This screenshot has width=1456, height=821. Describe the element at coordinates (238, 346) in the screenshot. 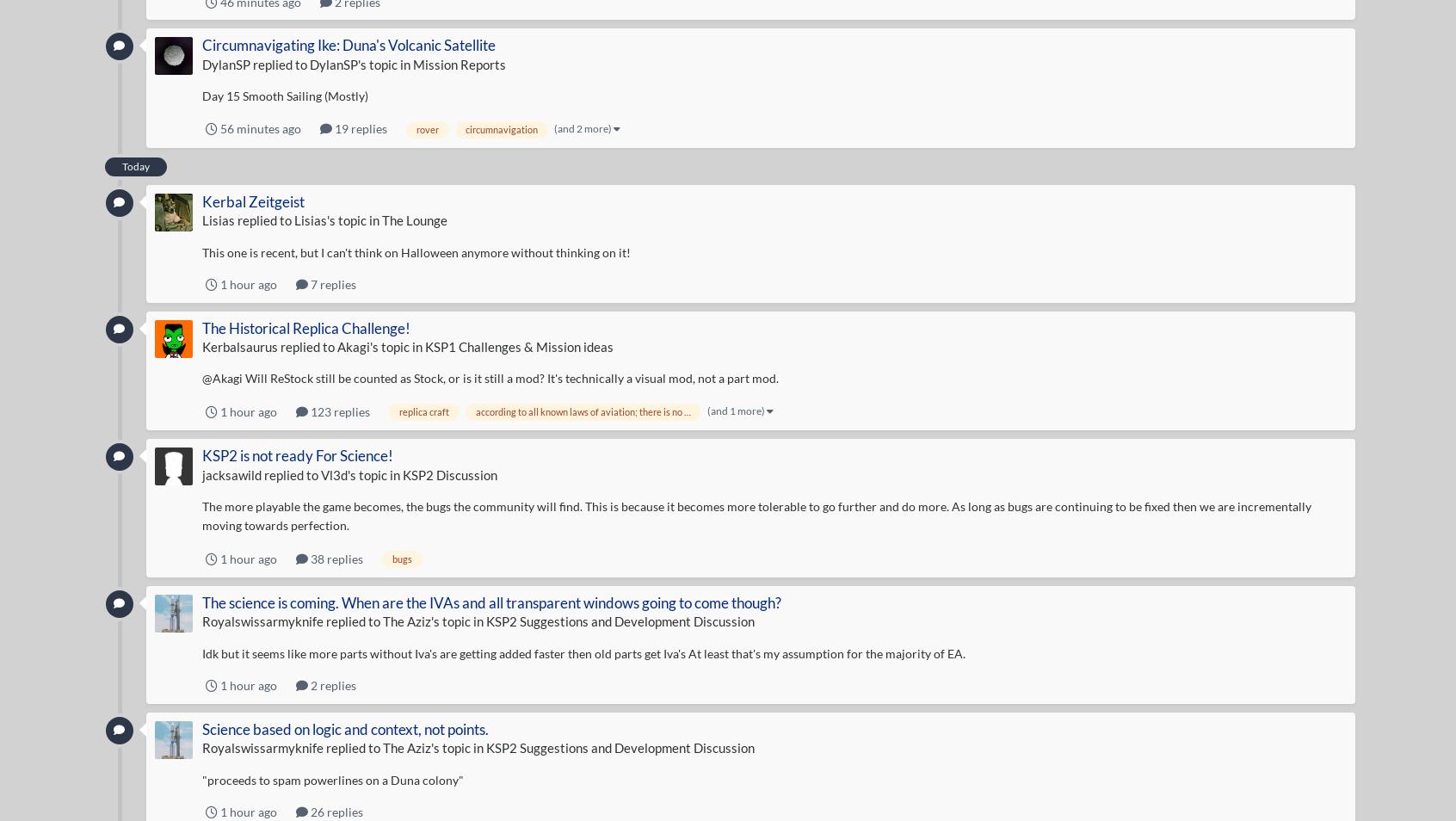

I see `'Kerbalsaurus'` at that location.